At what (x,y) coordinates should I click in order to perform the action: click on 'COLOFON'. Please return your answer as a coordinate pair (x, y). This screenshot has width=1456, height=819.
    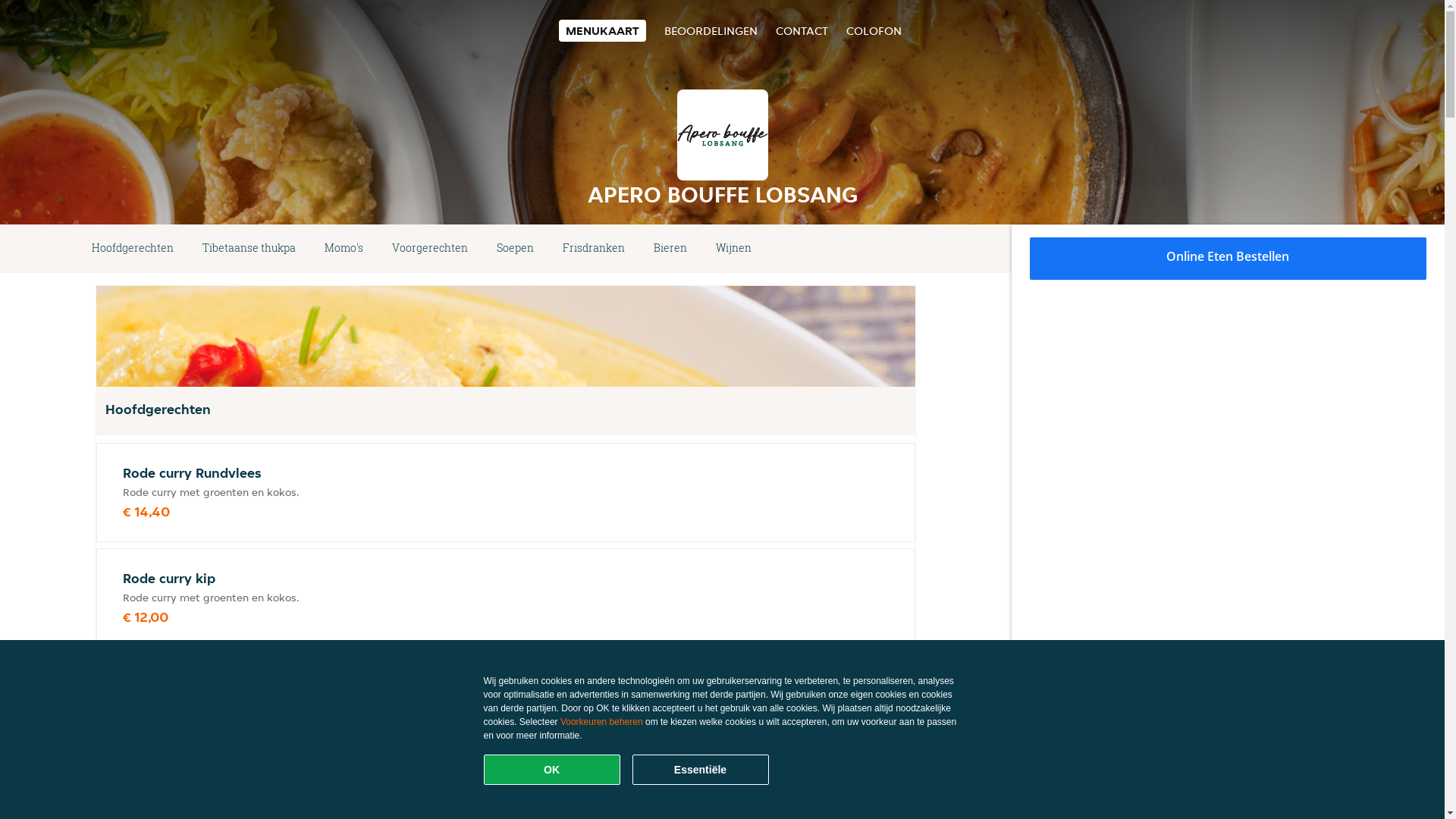
    Looking at the image, I should click on (874, 30).